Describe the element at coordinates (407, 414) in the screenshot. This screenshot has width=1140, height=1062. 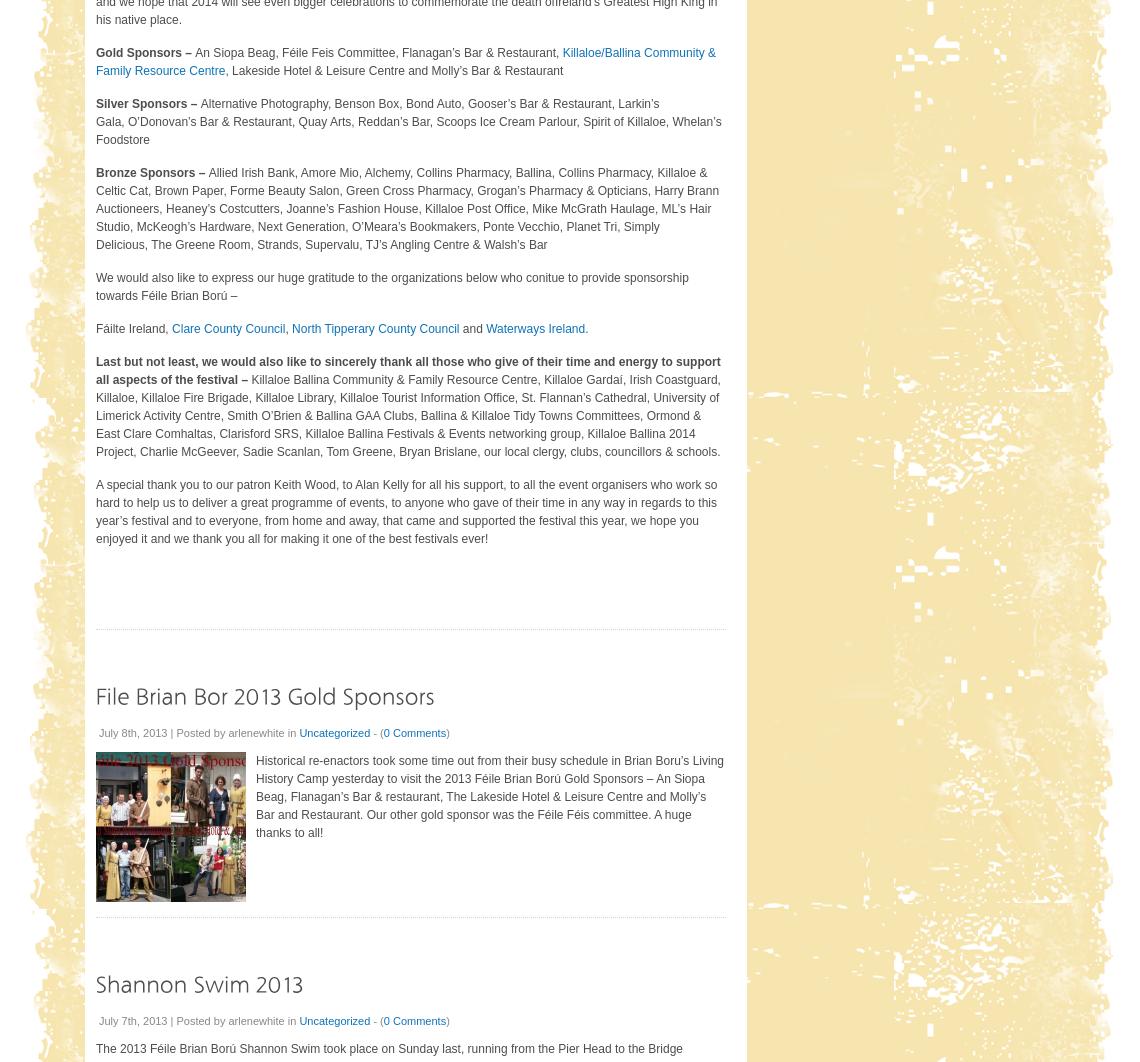
I see `'Killaloe Gardaí, Irish Coastguard, Killaloe, Killaloe Fire Brigade, Killaloe Library, Killaloe Tourist Information Office, St. Flannan’s Cathedral, University of Limerick Activity Centre, Smith O’Brien & Ballina GAA Clubs, Ballina & Killaloe Tidy Towns Committees, Ormond & East Clare Comhaltas, Clarisford SRS, Killaloe Ballina Festivals & Events networking group, Killaloe Ballina 2014 Project, Charlie McGeever, Sadie Scanlan, Tom Greene, Bryan Brislane, our local clergy, clubs, councillors & schools.'` at that location.